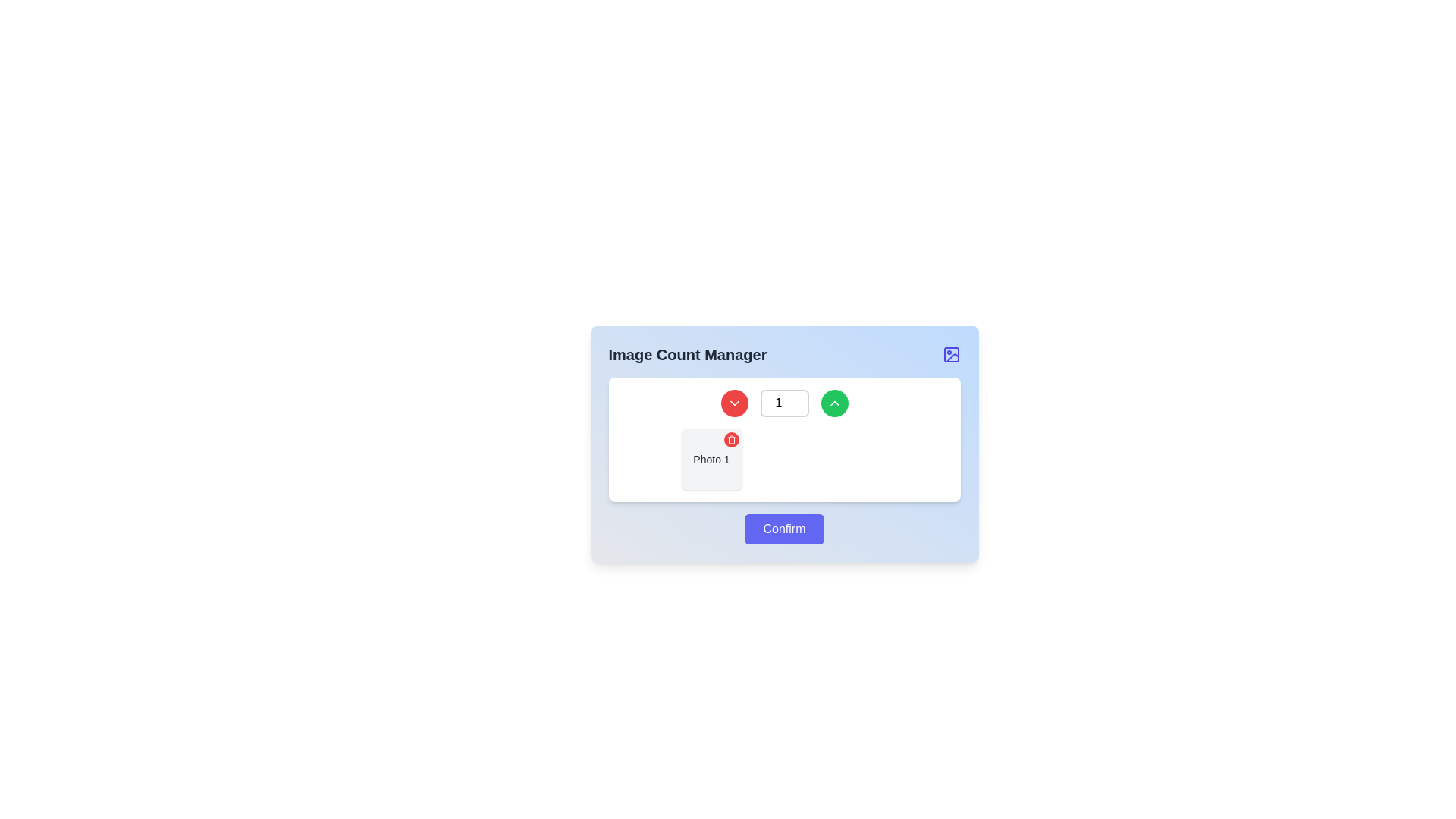 This screenshot has width=1456, height=819. I want to click on the delete button located in the top-right corner of the photo thumbnail card to change its color, so click(731, 439).